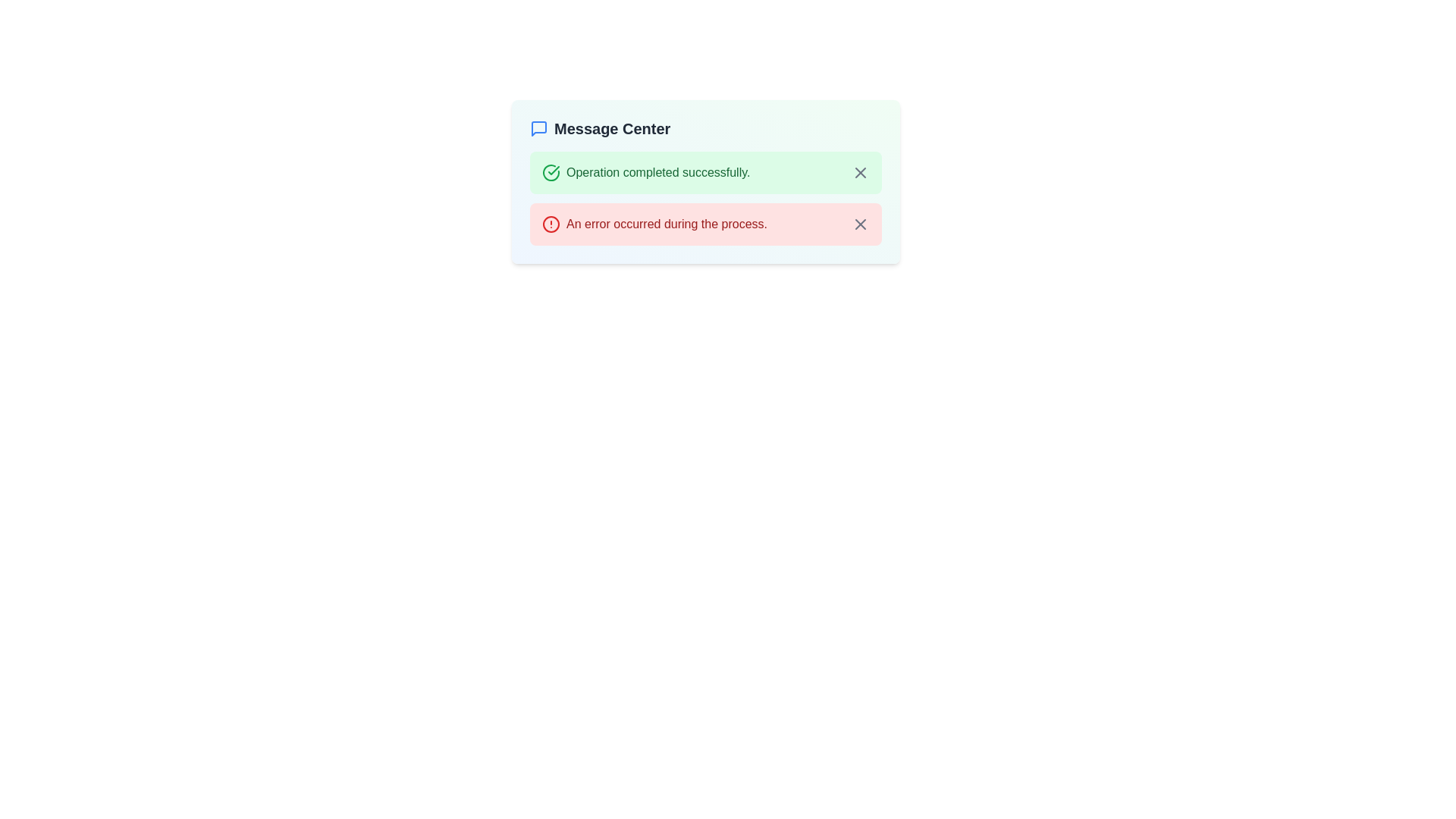 Image resolution: width=1456 pixels, height=819 pixels. I want to click on error message from the Notification message with icon that displays 'An error occurred during the process.', so click(654, 224).